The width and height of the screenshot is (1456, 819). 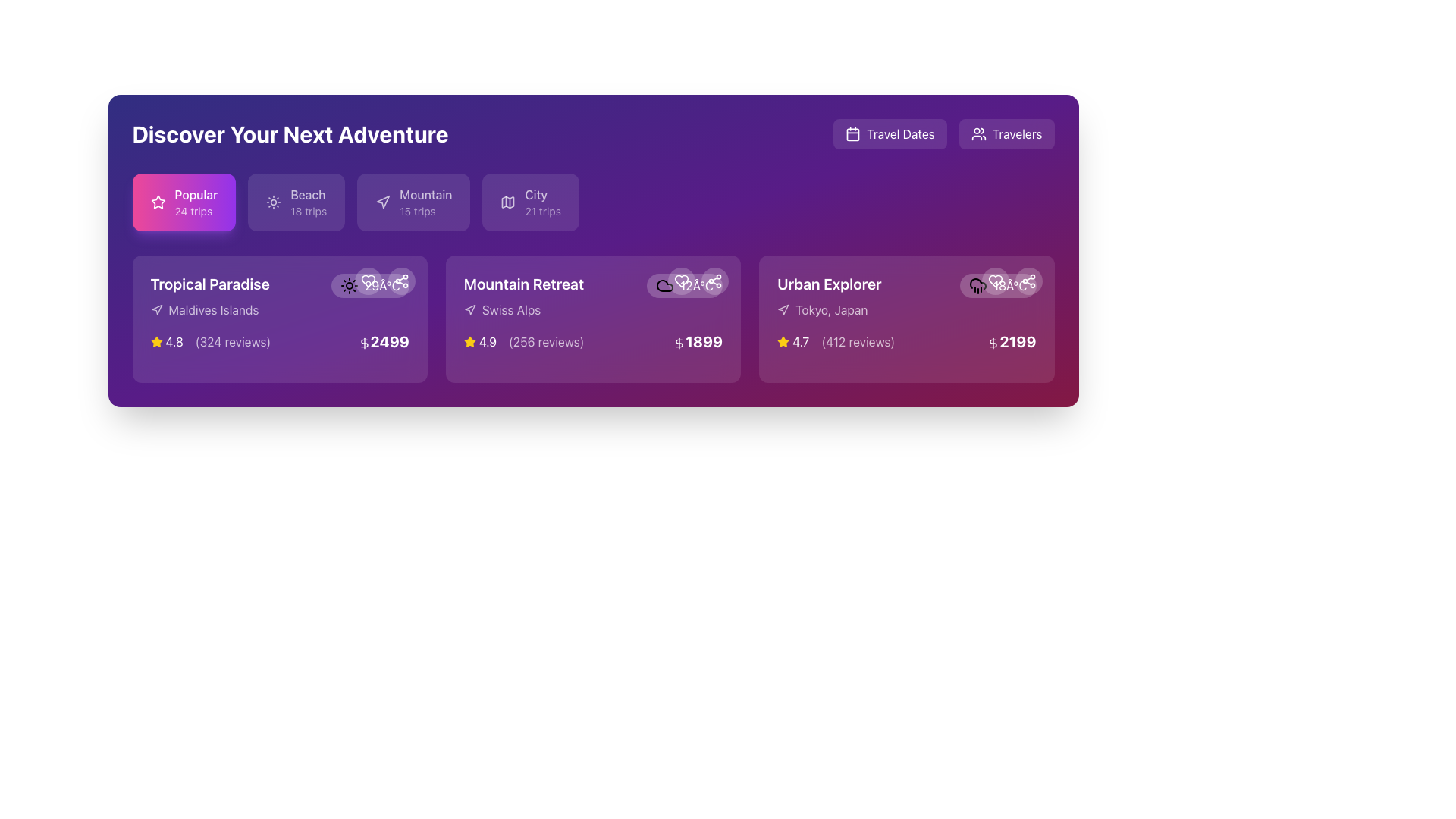 I want to click on text of the category label positioned as the third tab from the left in the upper-middle part of the UI, which relates to mountain-themed trips or destinations, so click(x=425, y=194).